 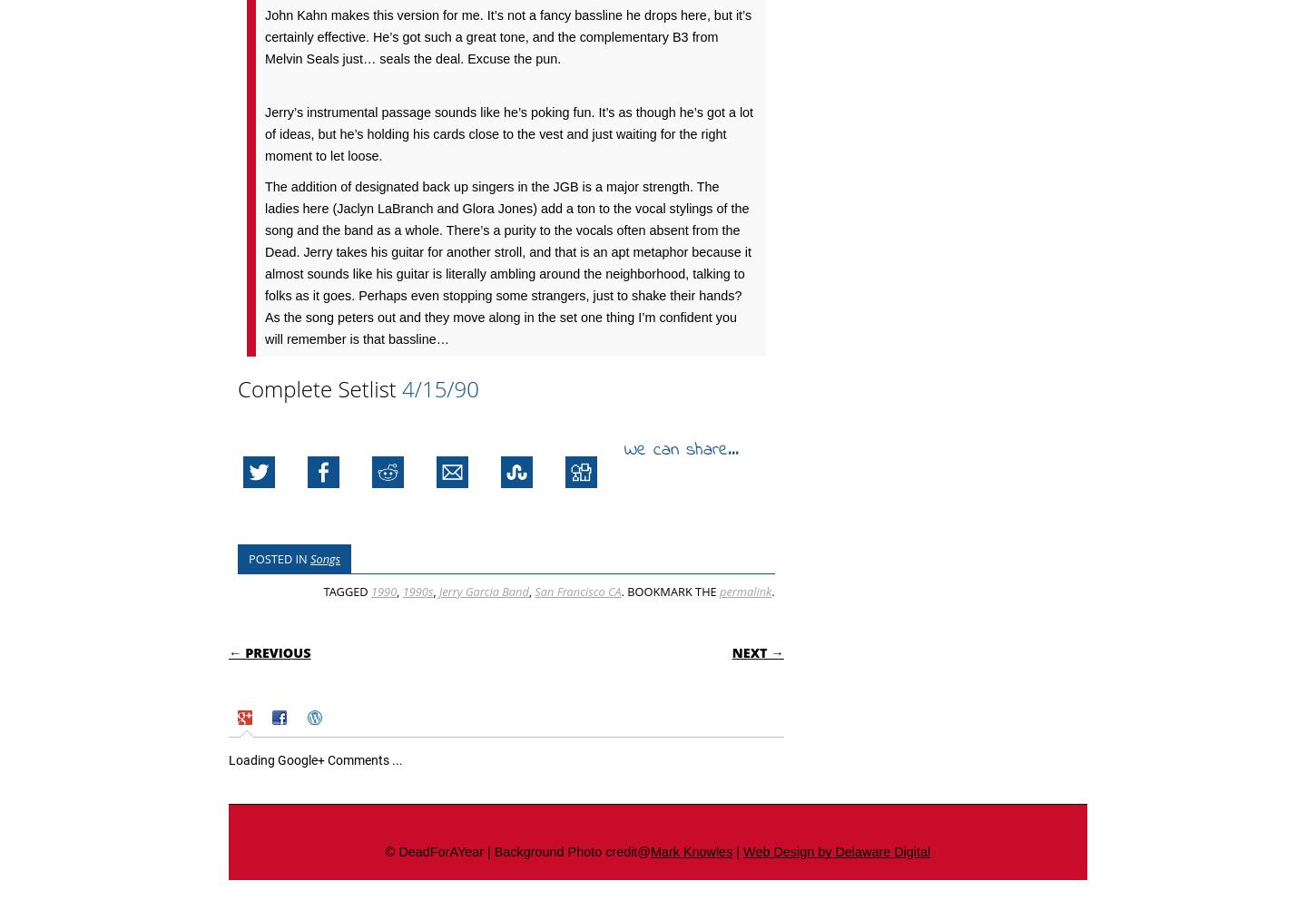 What do you see at coordinates (319, 387) in the screenshot?
I see `'Complete Setlist'` at bounding box center [319, 387].